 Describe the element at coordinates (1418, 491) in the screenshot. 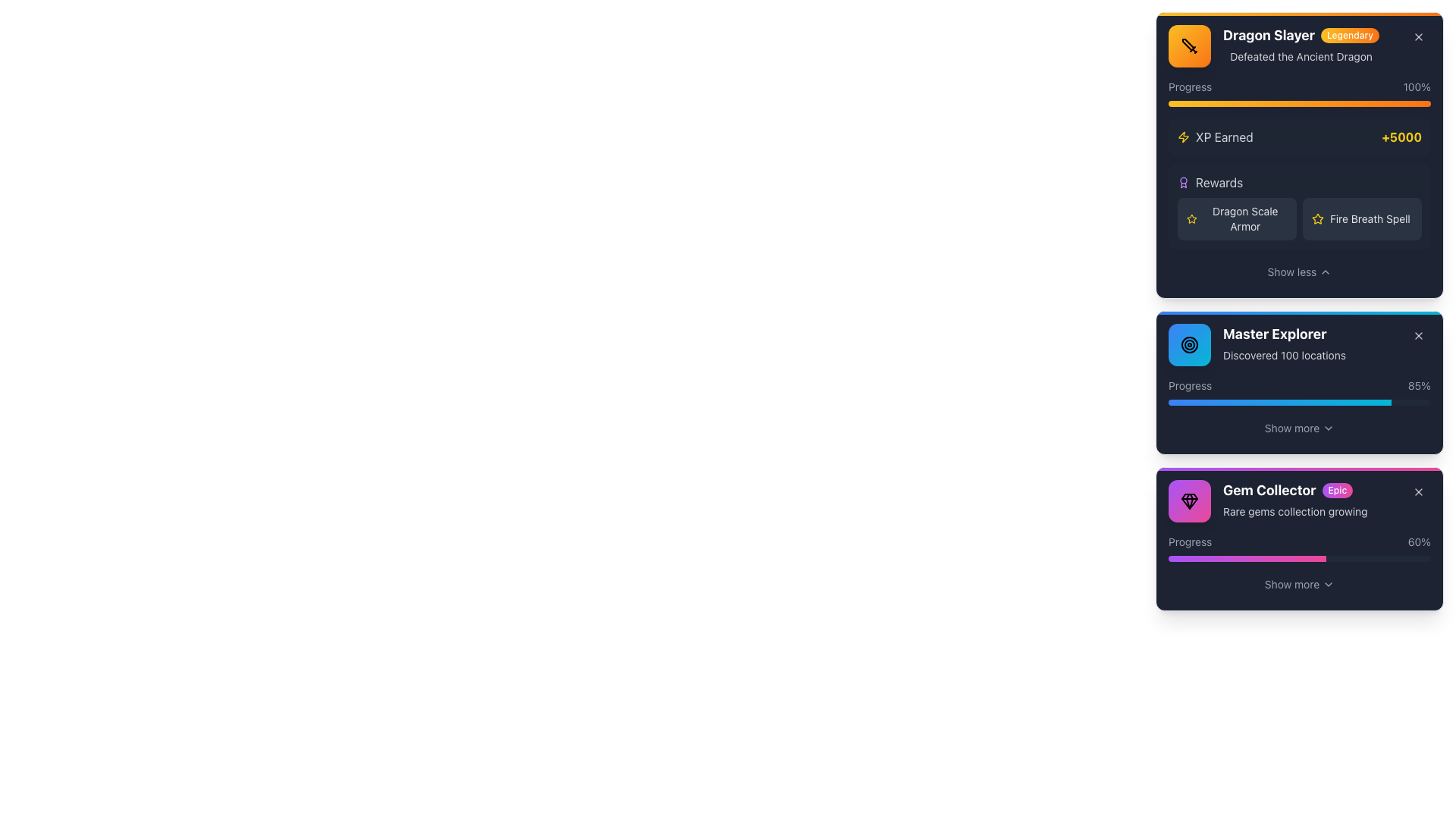

I see `the close button located at the top right corner of the 'Gem Collector' feature card` at that location.